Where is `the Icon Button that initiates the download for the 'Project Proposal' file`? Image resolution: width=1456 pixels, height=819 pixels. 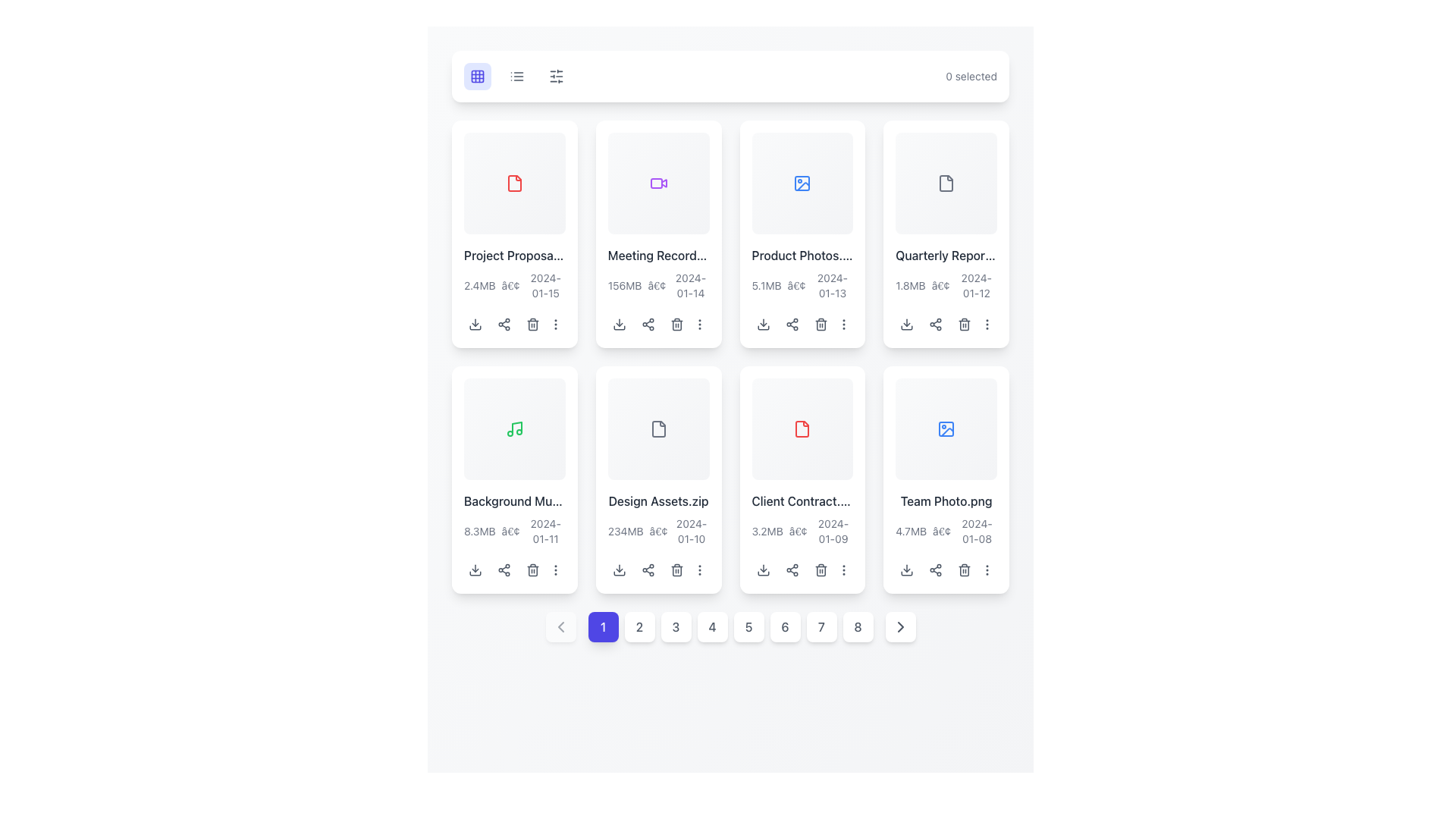 the Icon Button that initiates the download for the 'Project Proposal' file is located at coordinates (475, 323).